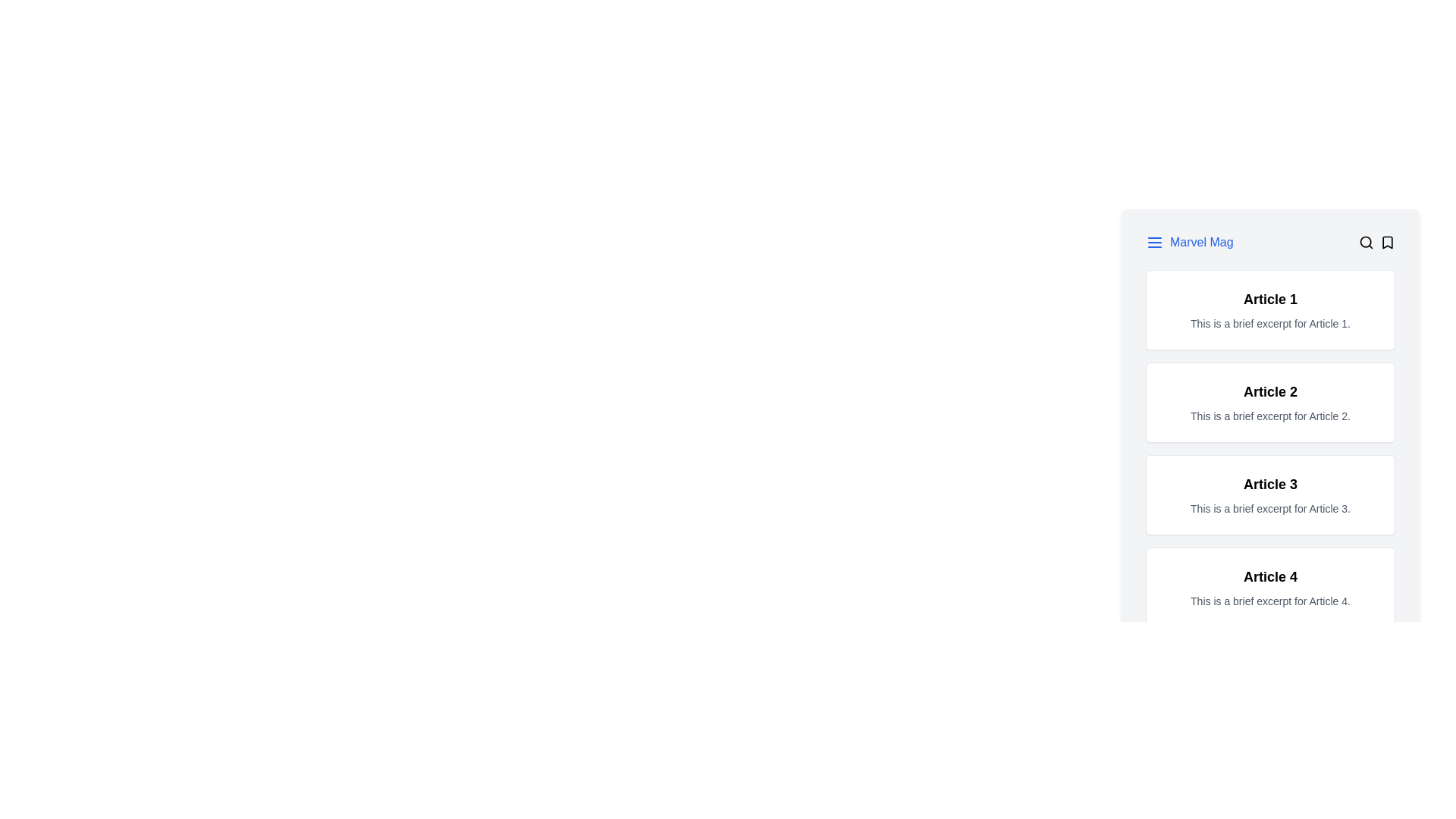 This screenshot has height=819, width=1456. I want to click on the minimalistic bookmark icon located at the top-right corner of the interface, so click(1387, 242).